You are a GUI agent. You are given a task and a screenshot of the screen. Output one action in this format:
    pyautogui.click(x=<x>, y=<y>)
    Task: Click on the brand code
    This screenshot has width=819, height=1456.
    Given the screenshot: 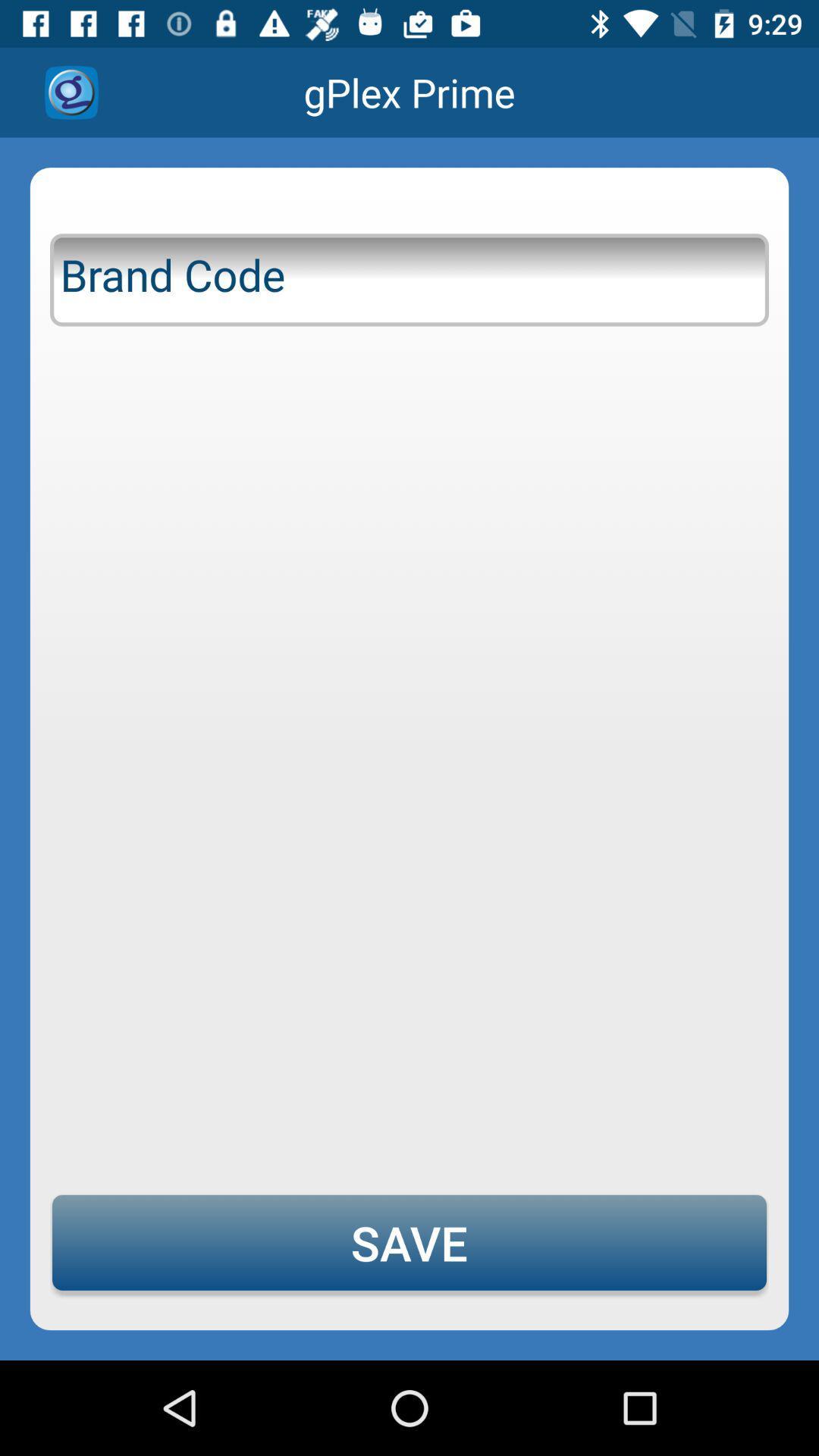 What is the action you would take?
    pyautogui.click(x=409, y=277)
    